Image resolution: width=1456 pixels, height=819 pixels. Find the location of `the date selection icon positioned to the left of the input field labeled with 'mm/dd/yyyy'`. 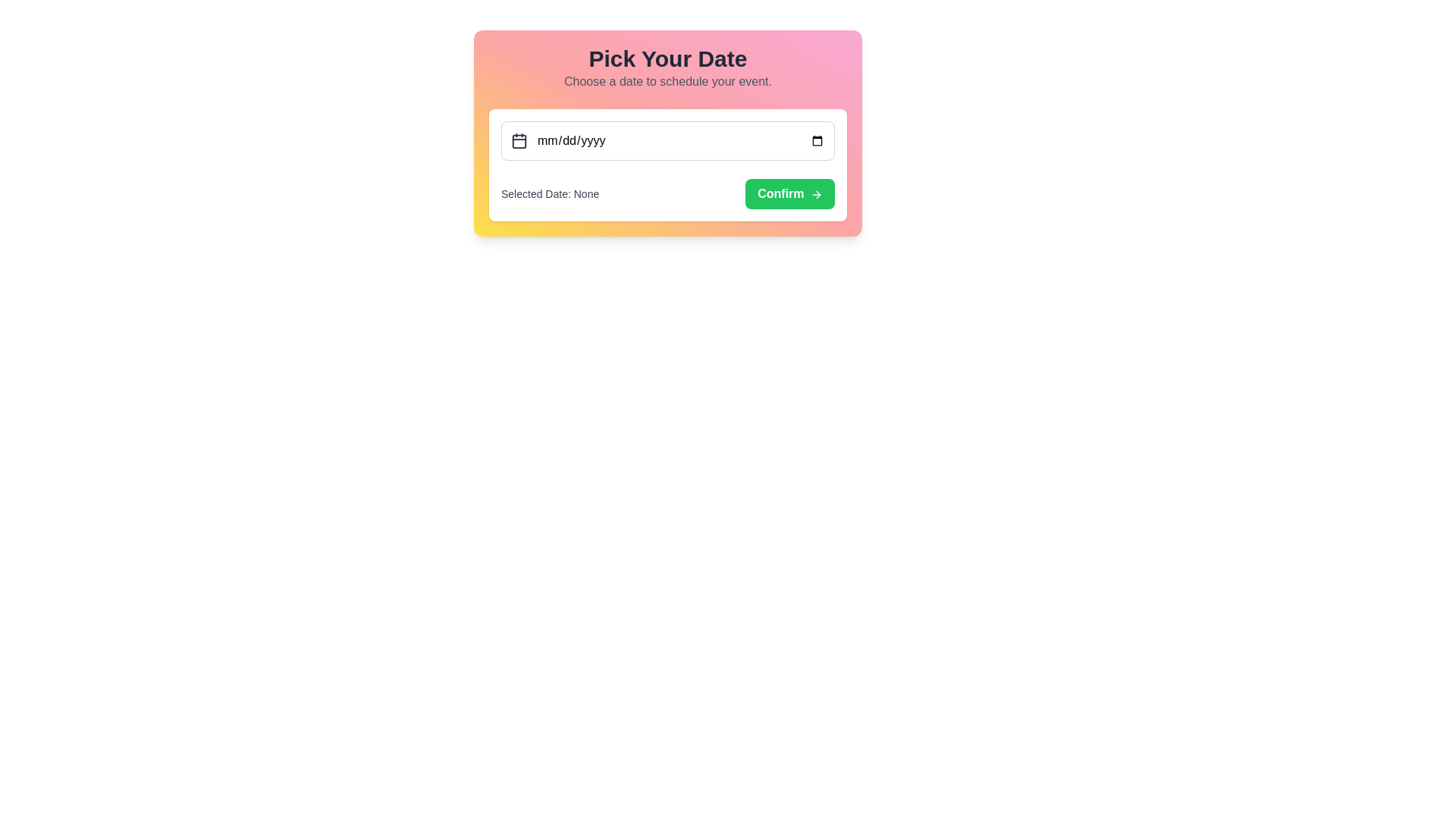

the date selection icon positioned to the left of the input field labeled with 'mm/dd/yyyy' is located at coordinates (519, 140).